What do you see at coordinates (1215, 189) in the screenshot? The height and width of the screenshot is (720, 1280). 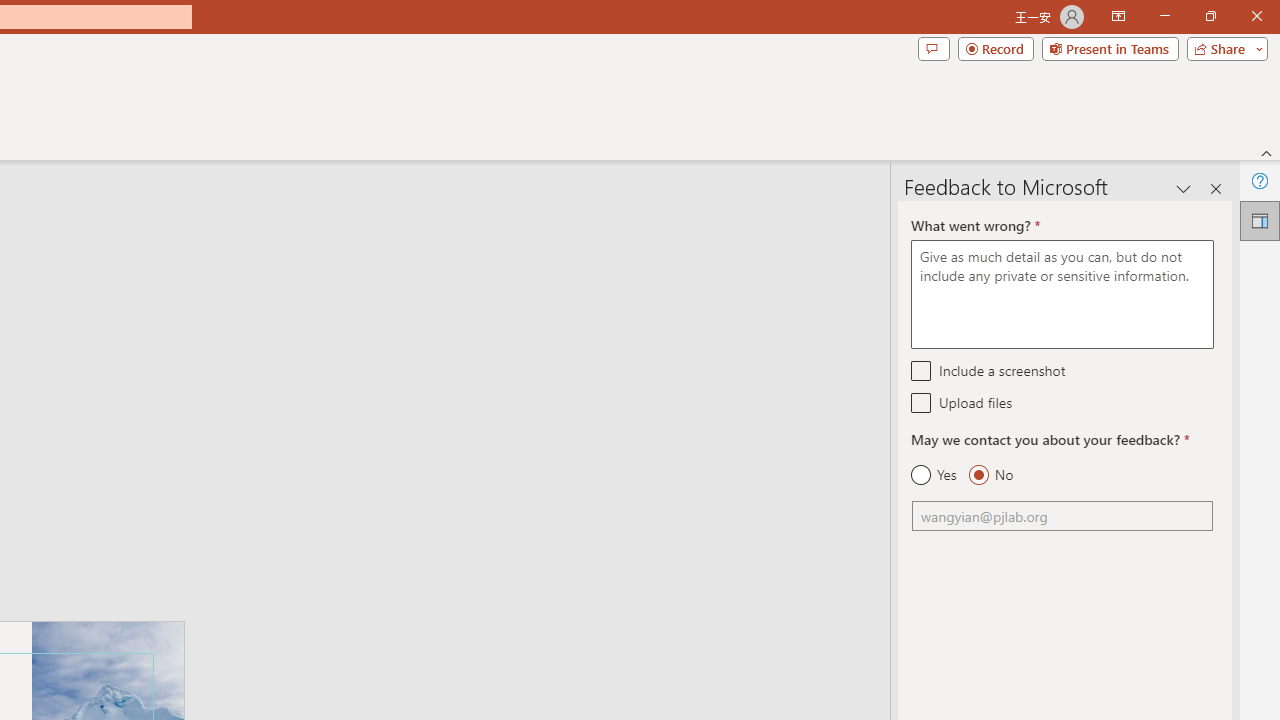 I see `'Close pane'` at bounding box center [1215, 189].